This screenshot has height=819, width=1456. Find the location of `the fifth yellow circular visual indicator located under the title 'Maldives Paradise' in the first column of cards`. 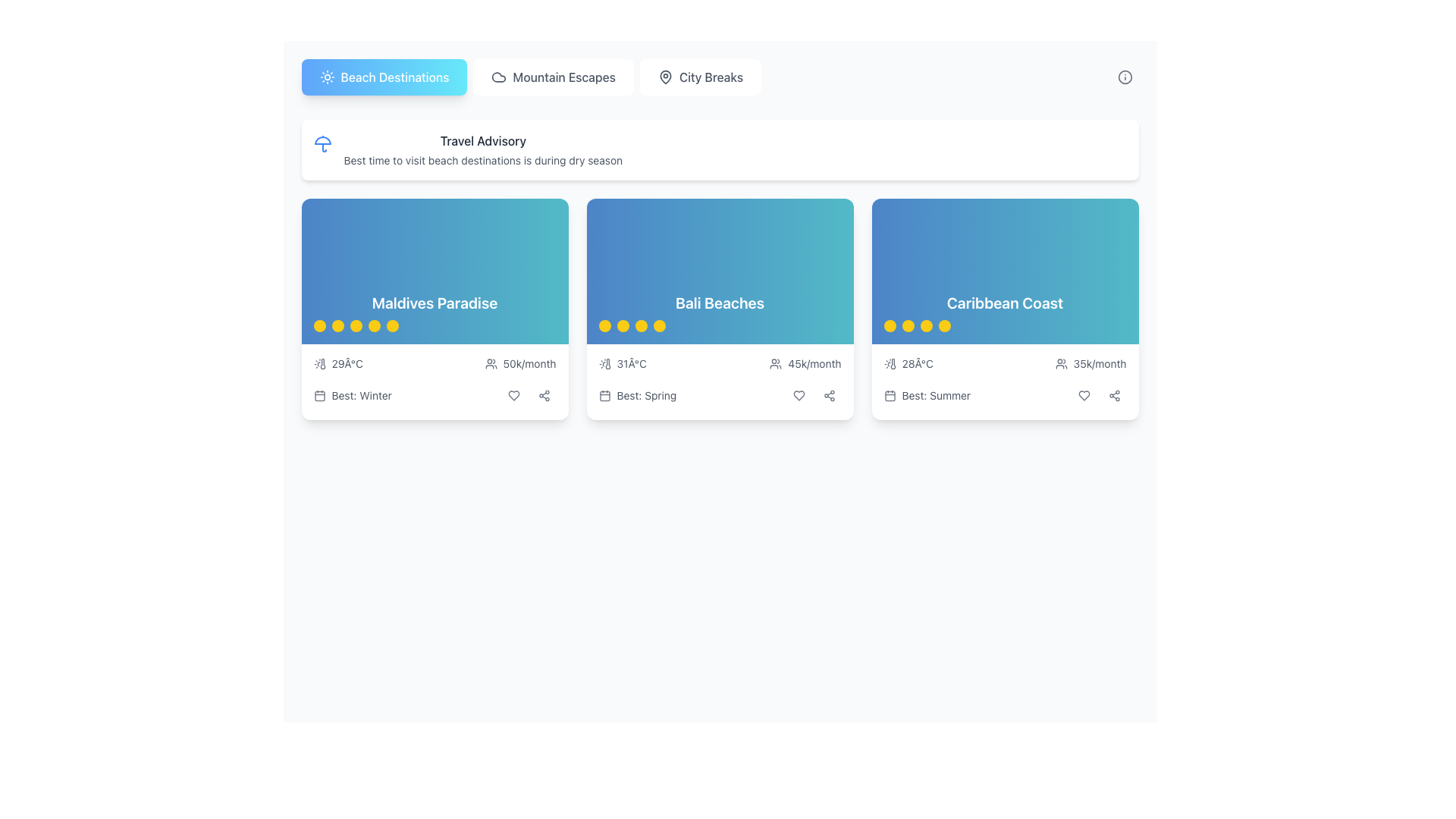

the fifth yellow circular visual indicator located under the title 'Maldives Paradise' in the first column of cards is located at coordinates (392, 325).